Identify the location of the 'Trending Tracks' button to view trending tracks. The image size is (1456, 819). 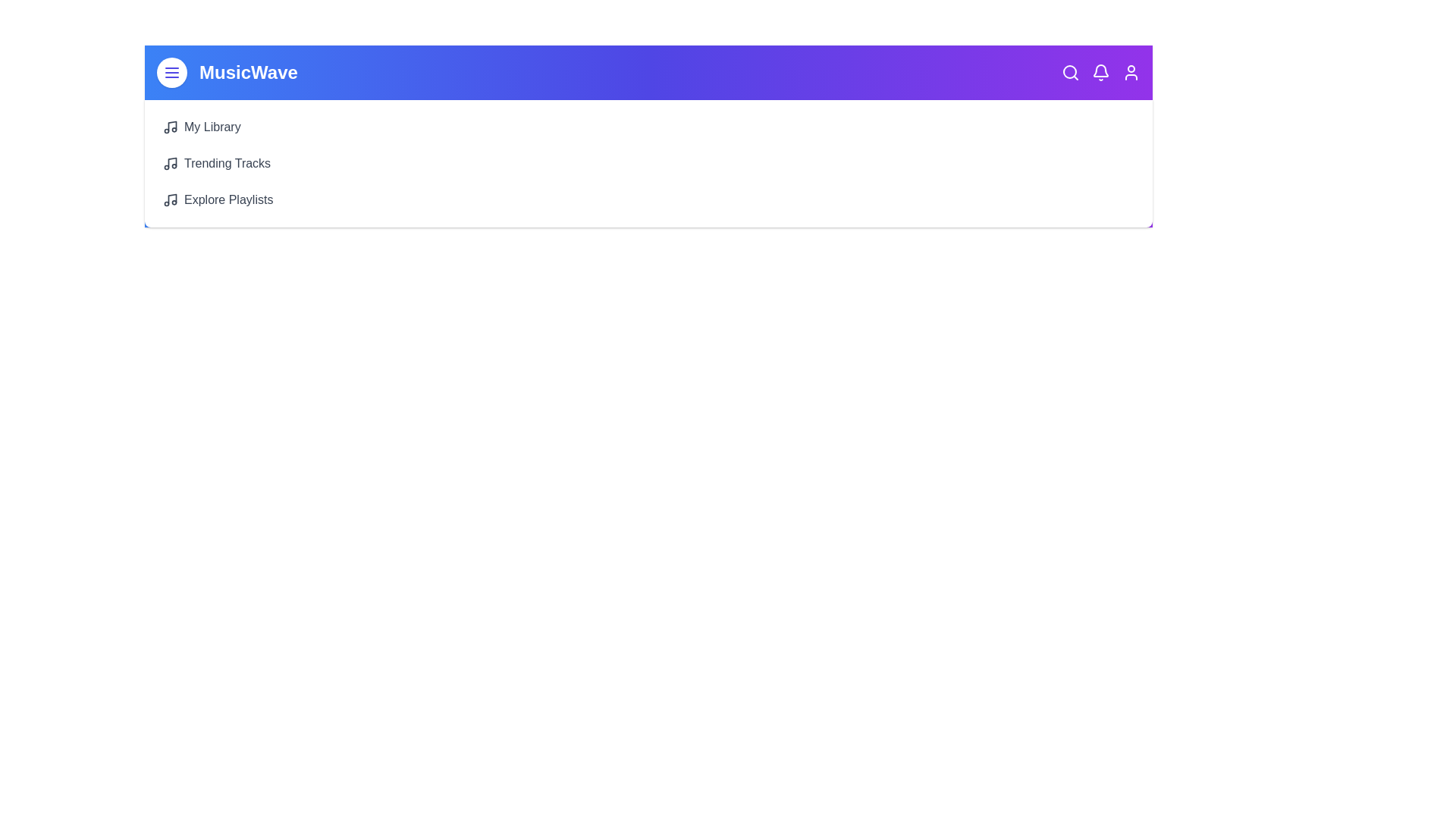
(216, 164).